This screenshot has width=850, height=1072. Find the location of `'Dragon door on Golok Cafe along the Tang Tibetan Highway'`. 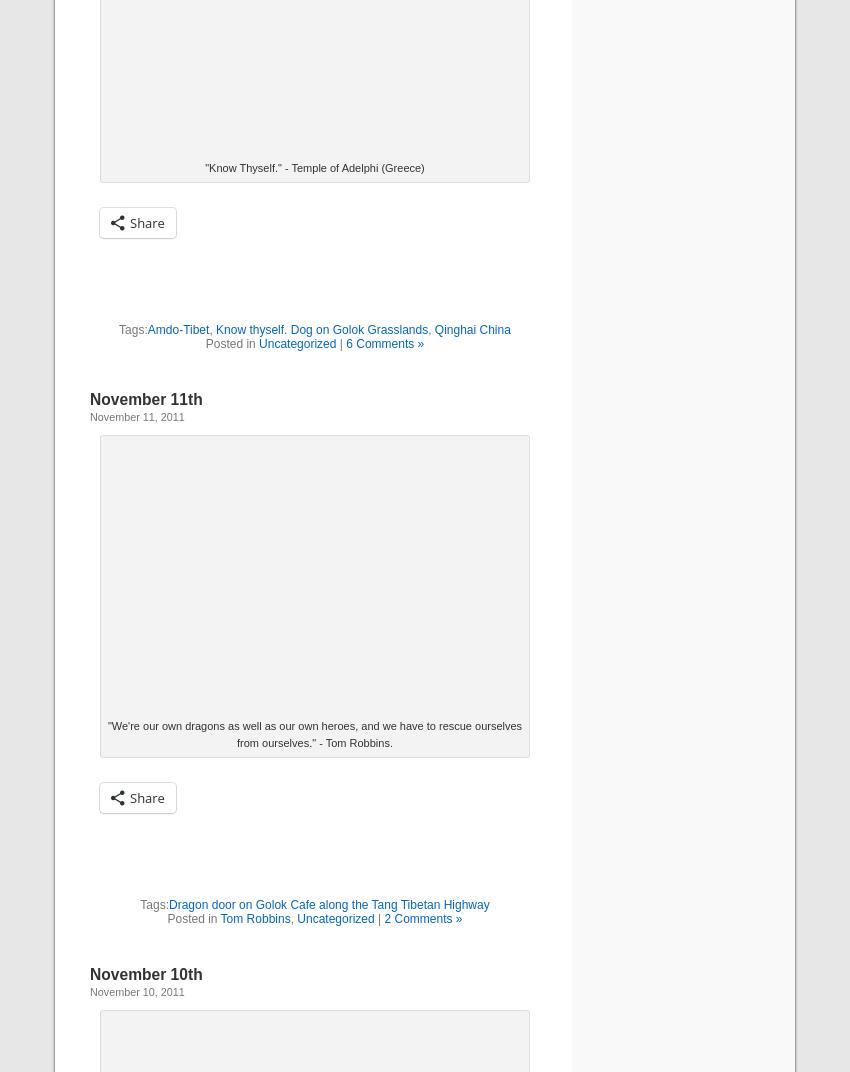

'Dragon door on Golok Cafe along the Tang Tibetan Highway' is located at coordinates (329, 904).